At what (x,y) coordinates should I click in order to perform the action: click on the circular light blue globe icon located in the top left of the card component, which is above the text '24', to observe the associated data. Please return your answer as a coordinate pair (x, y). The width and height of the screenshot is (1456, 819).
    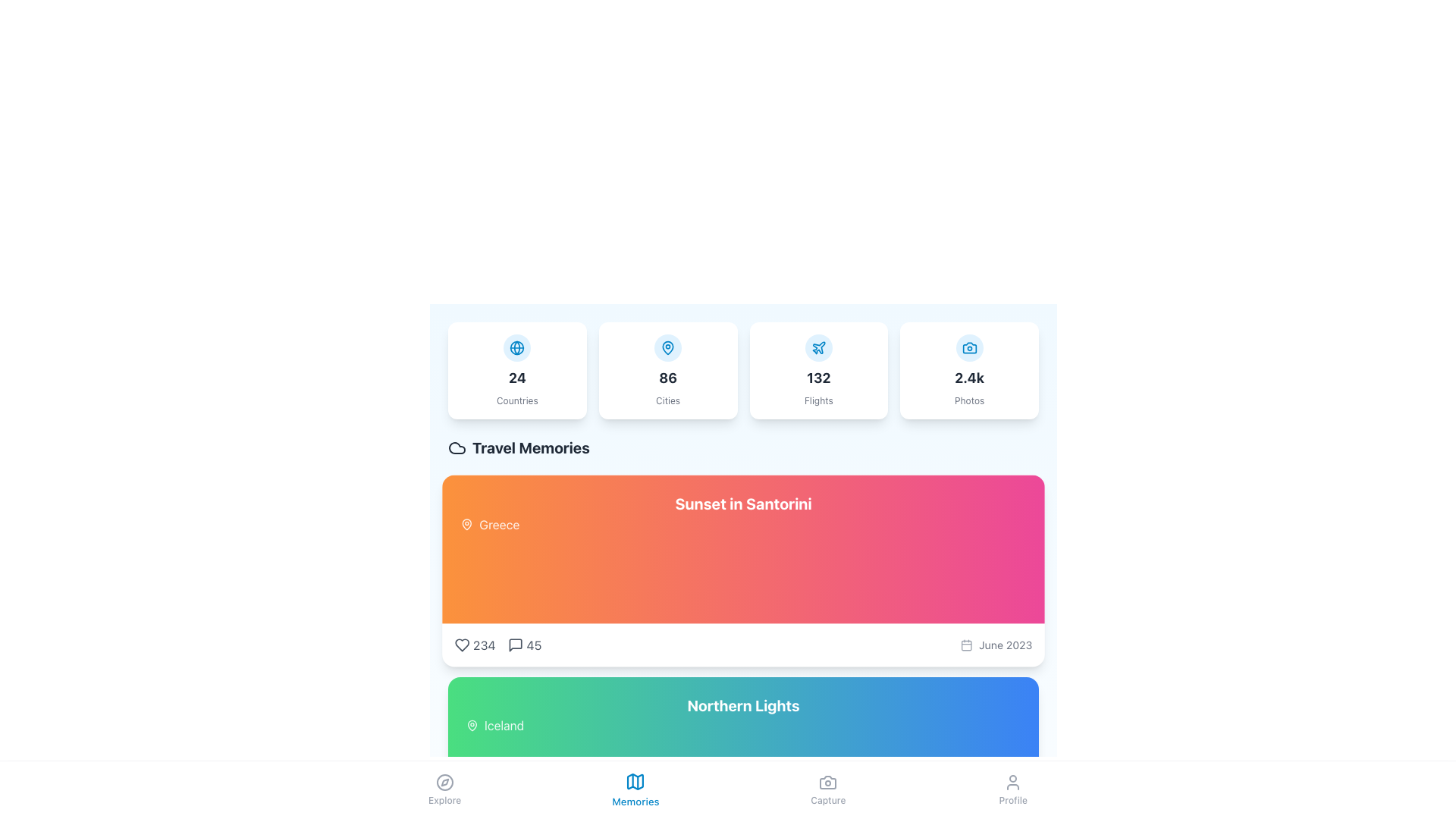
    Looking at the image, I should click on (517, 348).